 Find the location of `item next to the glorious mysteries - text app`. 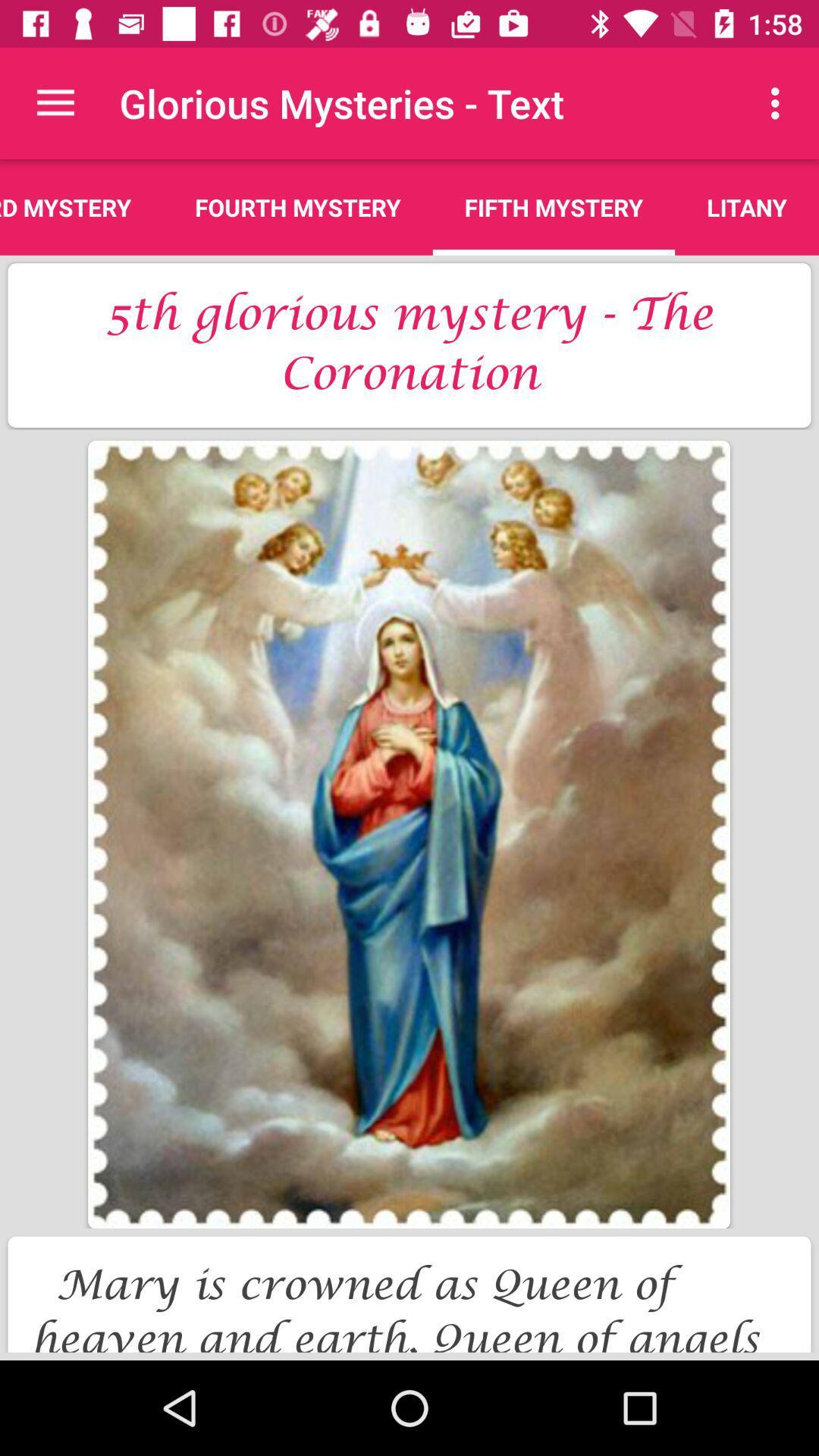

item next to the glorious mysteries - text app is located at coordinates (55, 102).